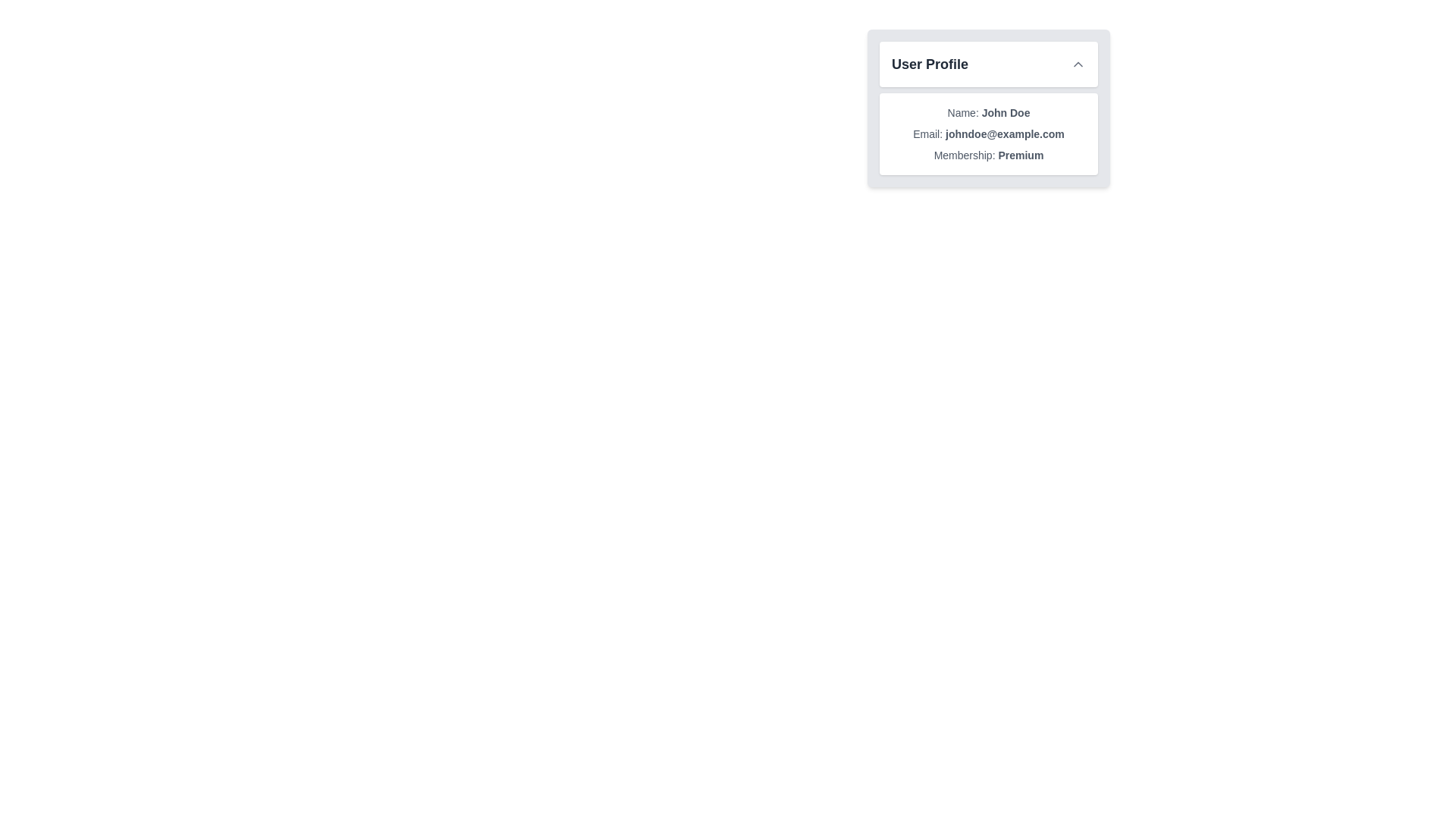 Image resolution: width=1456 pixels, height=819 pixels. Describe the element at coordinates (989, 133) in the screenshot. I see `the Text label that displays the user's email address, which is located below the 'Name: John Doe' label and above the 'Membership: Premium' label` at that location.